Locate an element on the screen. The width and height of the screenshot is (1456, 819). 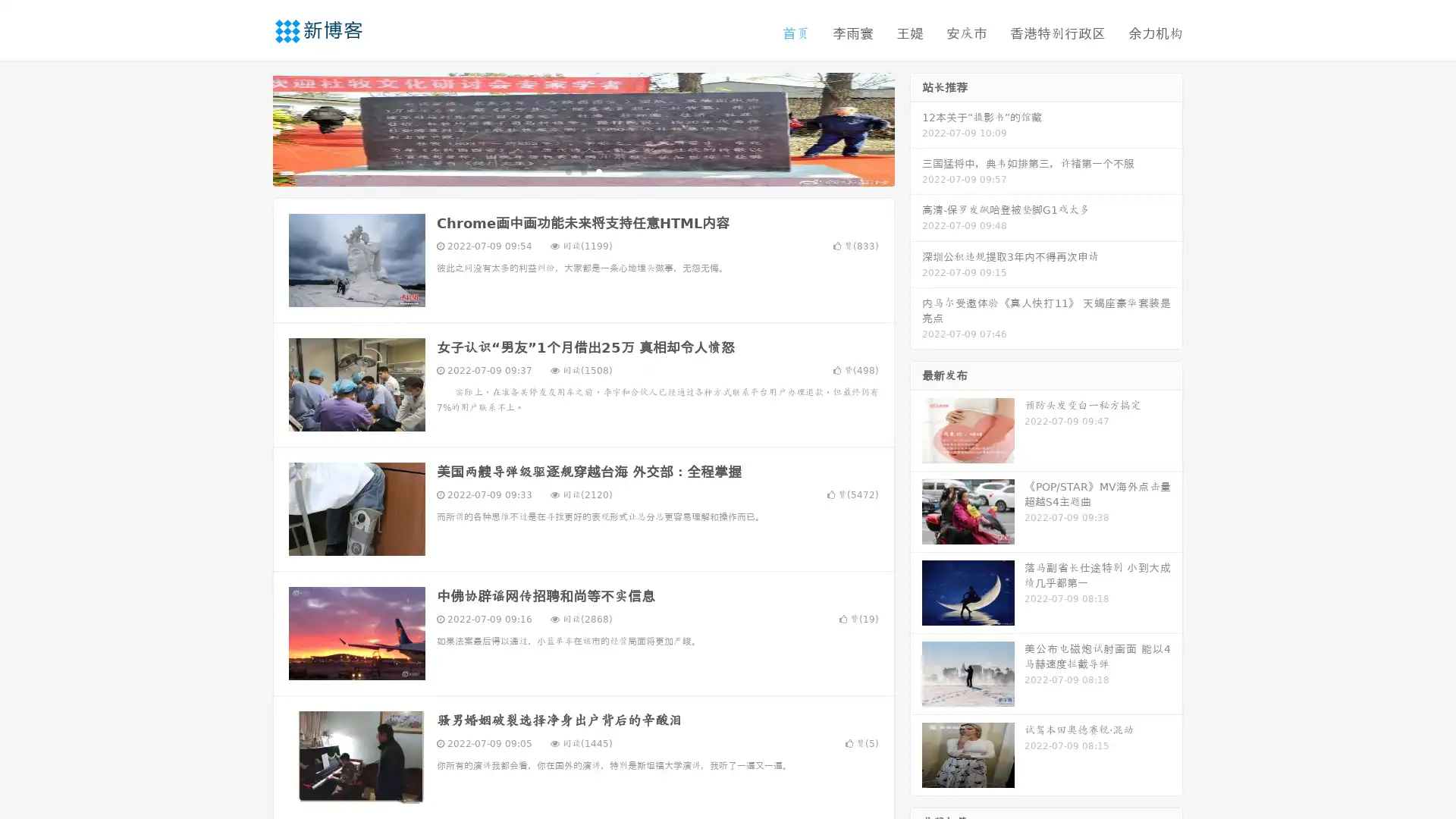
Next slide is located at coordinates (916, 127).